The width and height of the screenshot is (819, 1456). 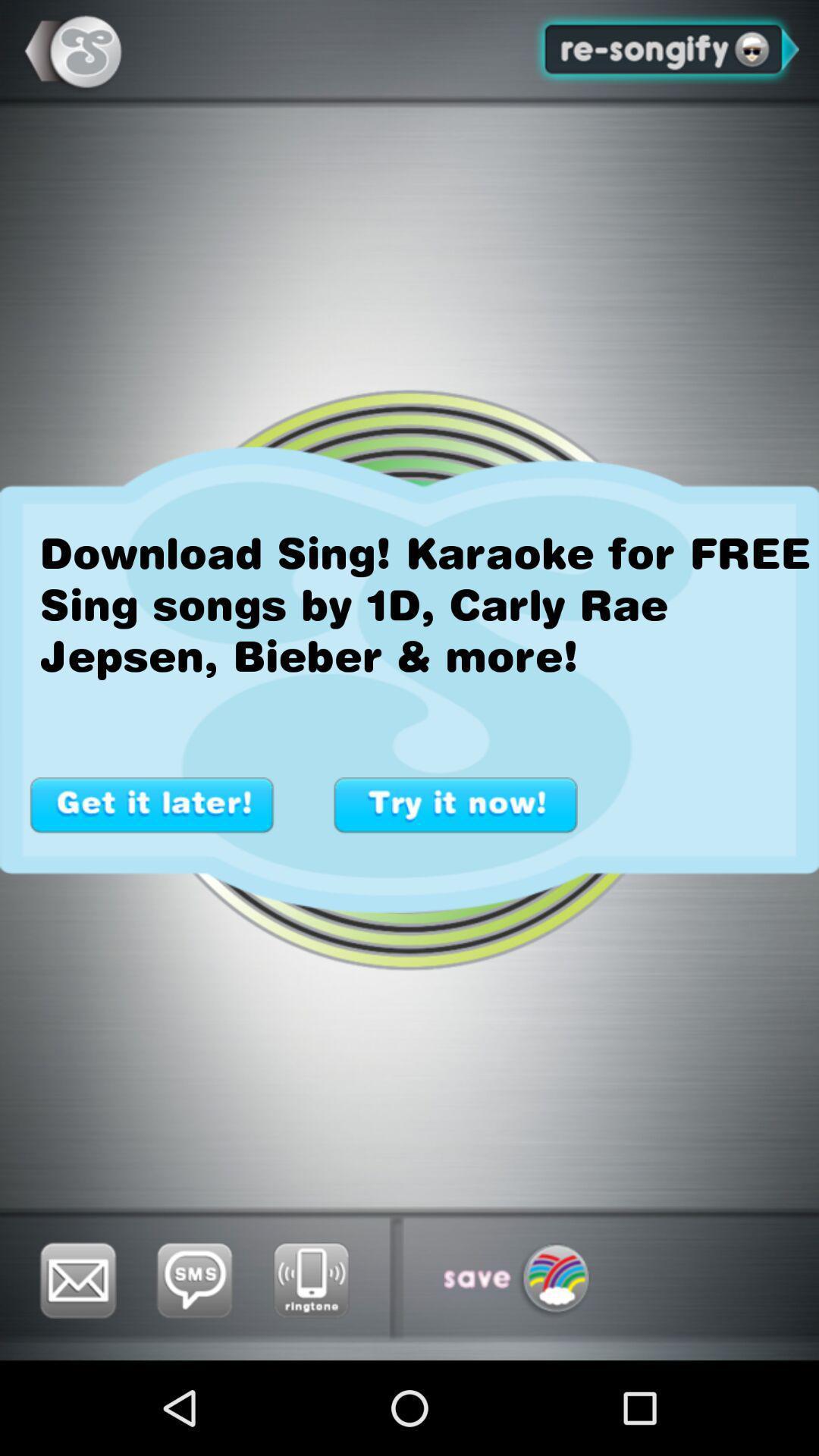 What do you see at coordinates (152, 804) in the screenshot?
I see `get it leter button` at bounding box center [152, 804].